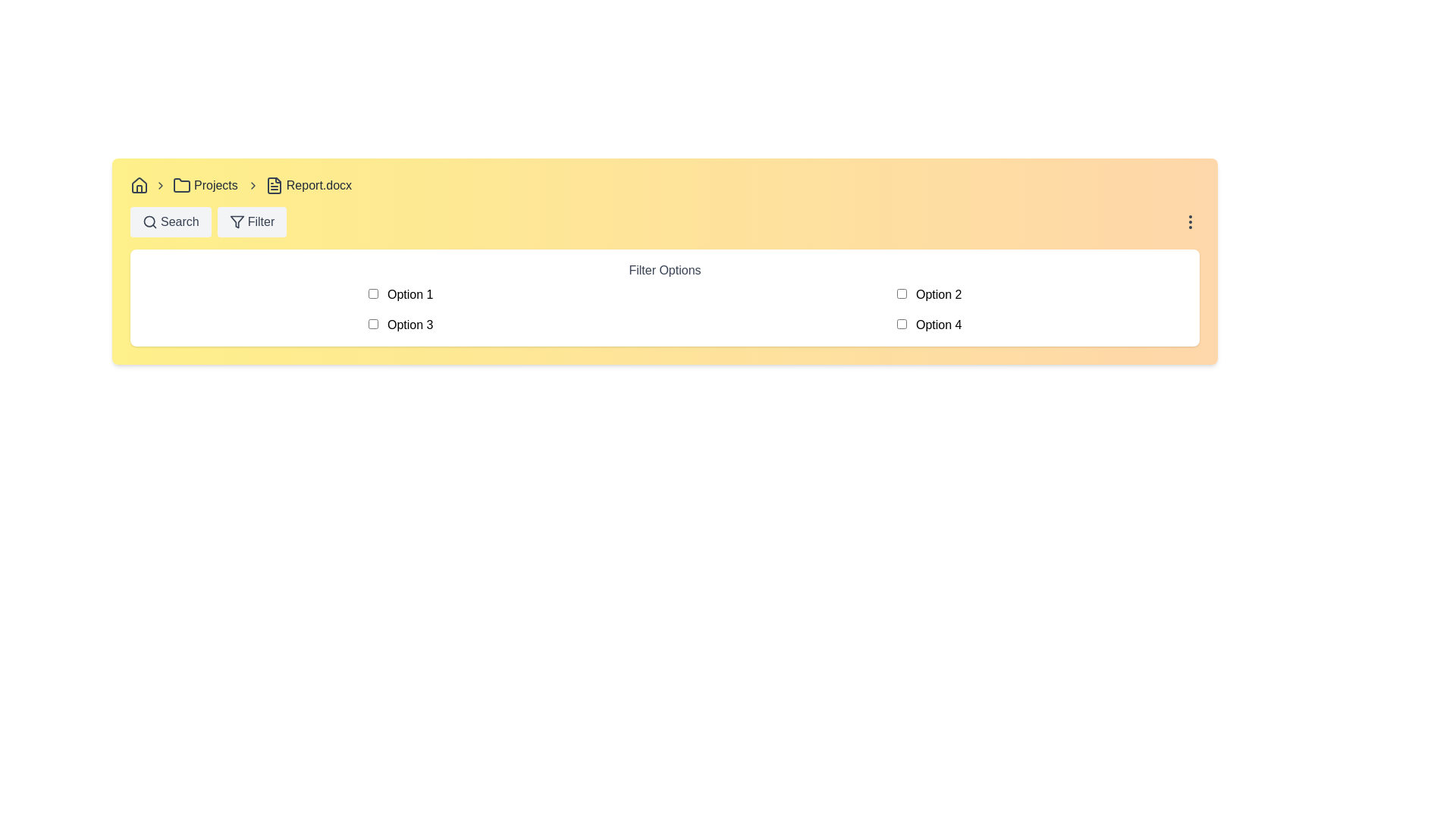 The width and height of the screenshot is (1456, 819). What do you see at coordinates (902, 323) in the screenshot?
I see `the checkbox associated with the label 'Option 4'` at bounding box center [902, 323].